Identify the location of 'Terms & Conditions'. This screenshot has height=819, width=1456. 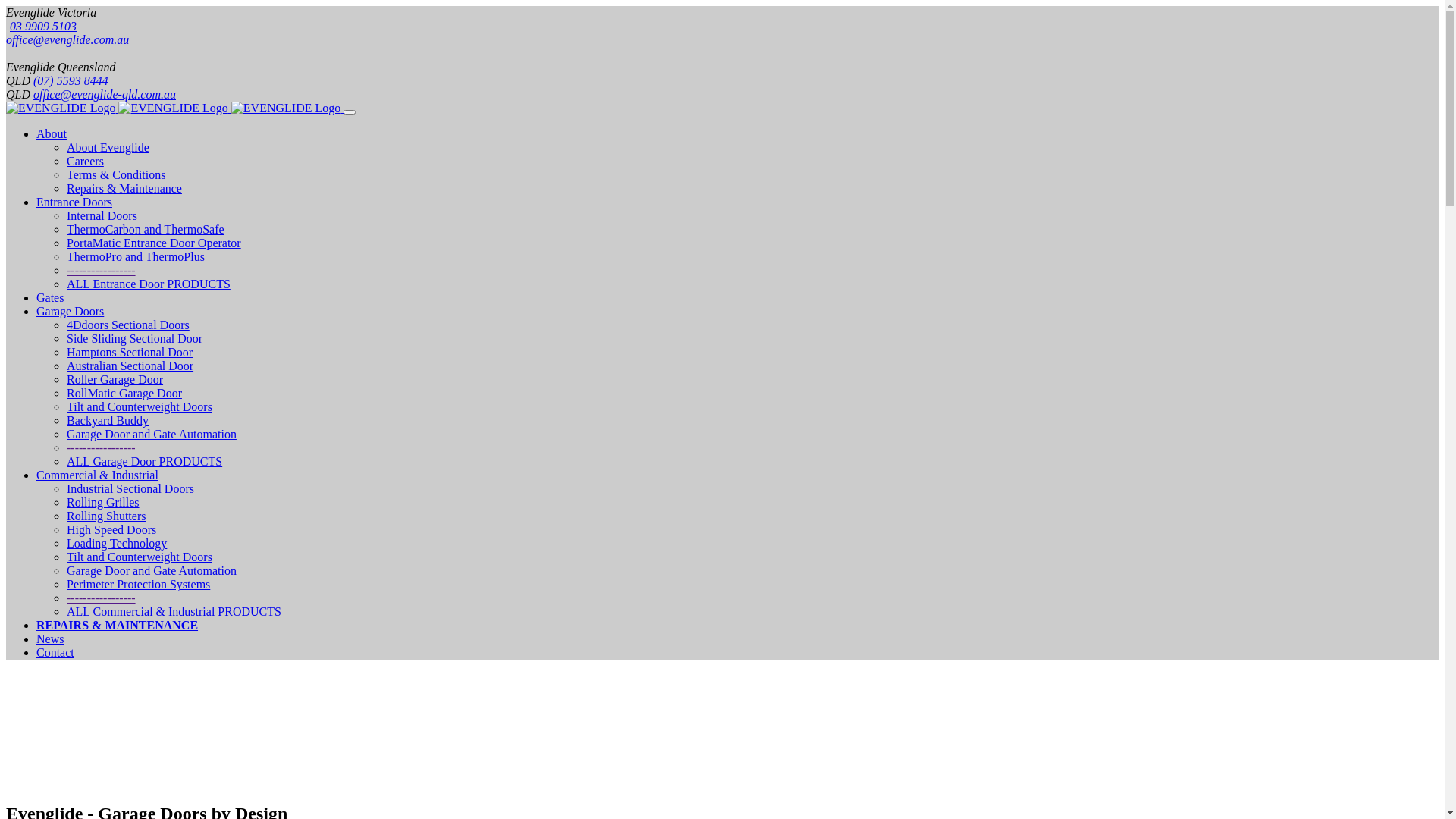
(115, 174).